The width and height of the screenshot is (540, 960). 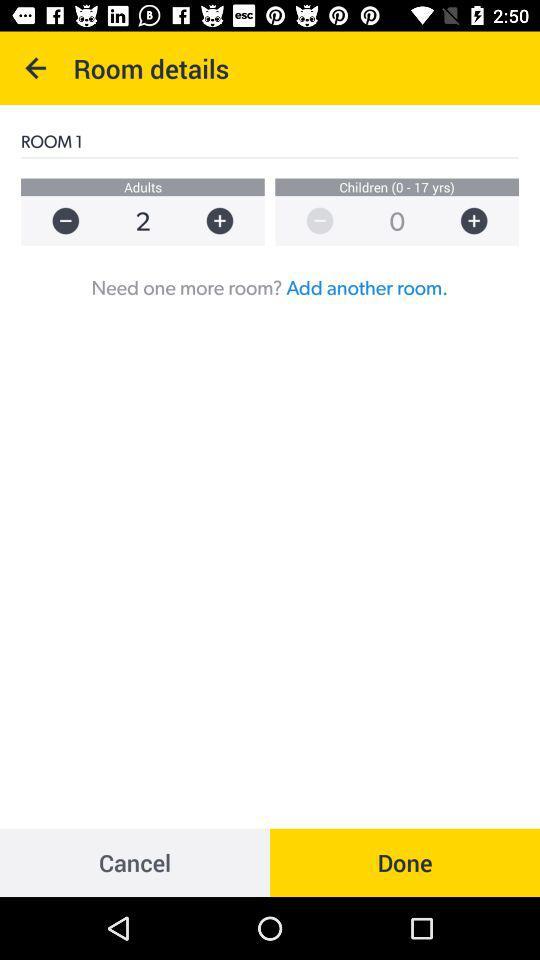 What do you see at coordinates (55, 221) in the screenshot?
I see `minus` at bounding box center [55, 221].